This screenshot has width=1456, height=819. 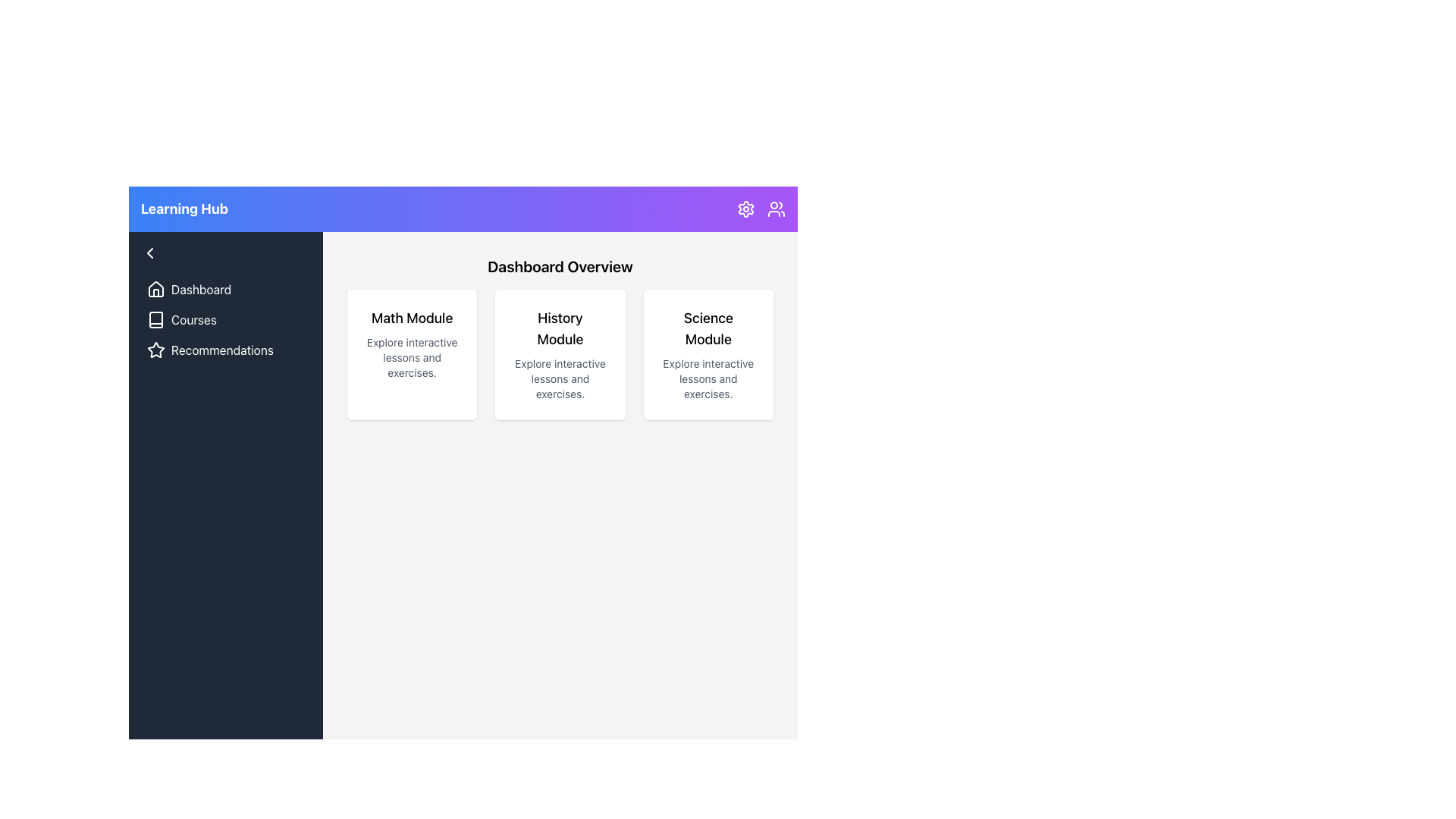 I want to click on the book icon in the navigation bar, so click(x=156, y=318).